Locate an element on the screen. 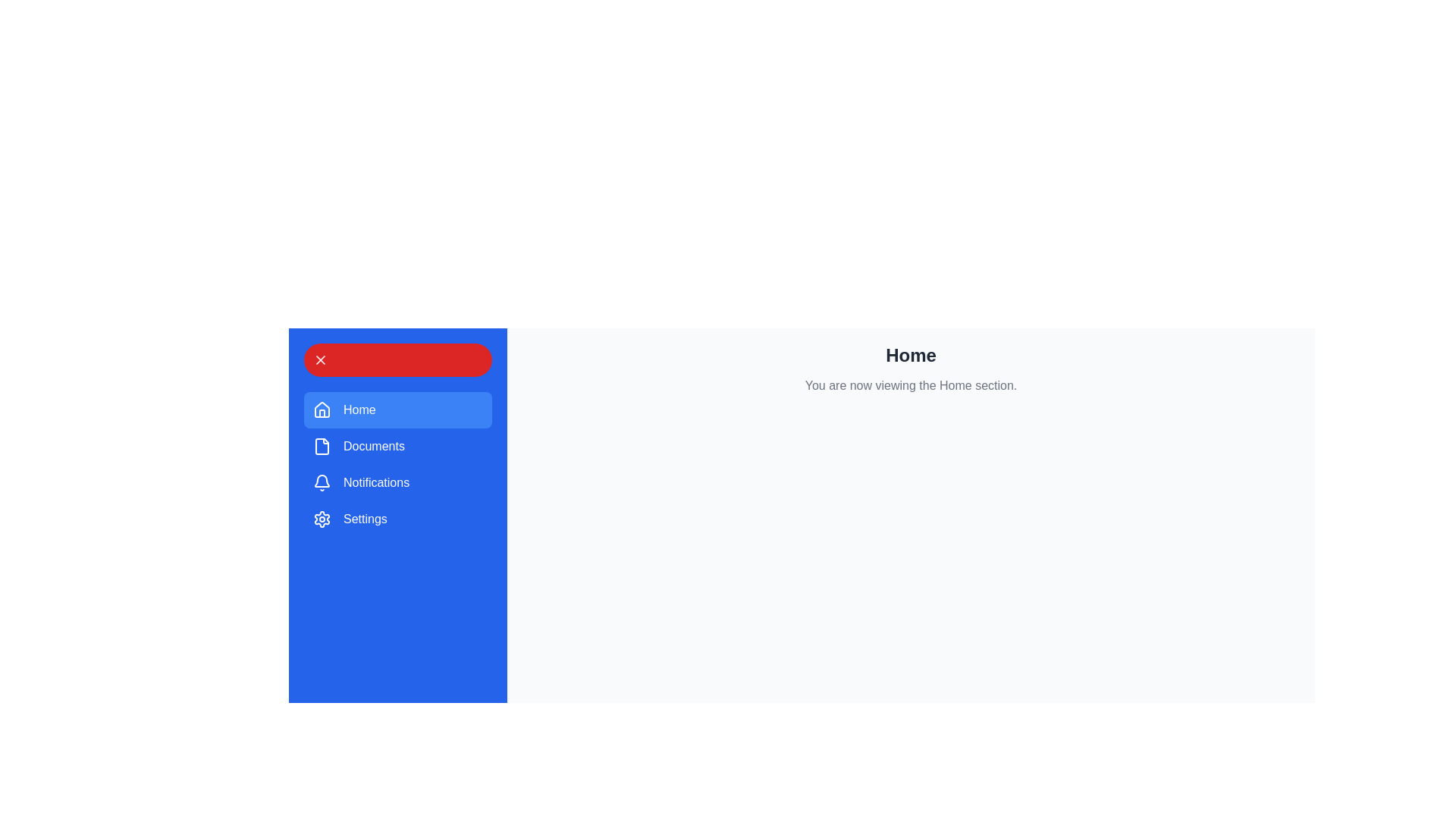 This screenshot has height=819, width=1456. the menu item Notifications from the drawer menu is located at coordinates (397, 482).